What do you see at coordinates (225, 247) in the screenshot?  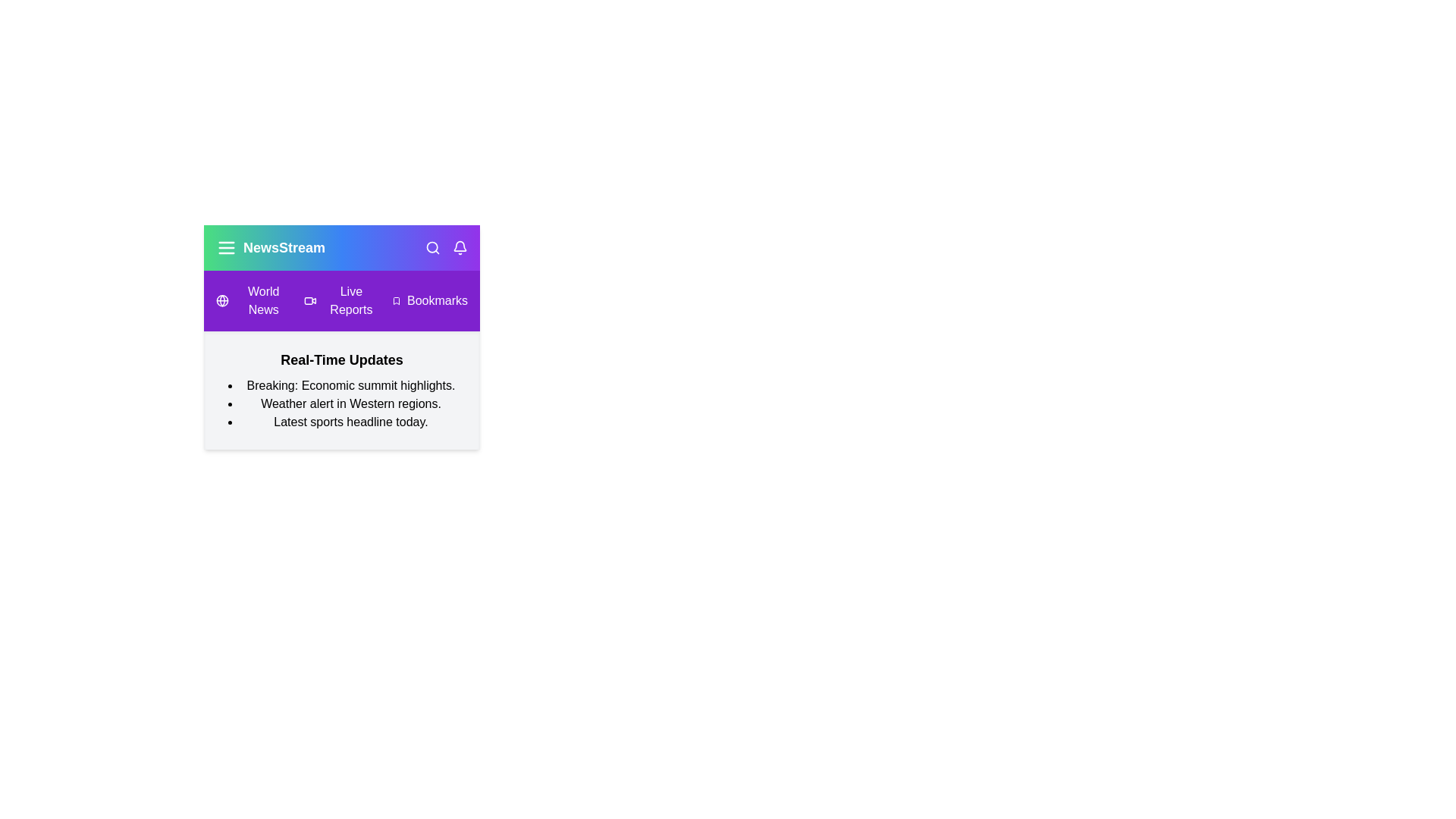 I see `the menu button to toggle the visibility of the menu` at bounding box center [225, 247].